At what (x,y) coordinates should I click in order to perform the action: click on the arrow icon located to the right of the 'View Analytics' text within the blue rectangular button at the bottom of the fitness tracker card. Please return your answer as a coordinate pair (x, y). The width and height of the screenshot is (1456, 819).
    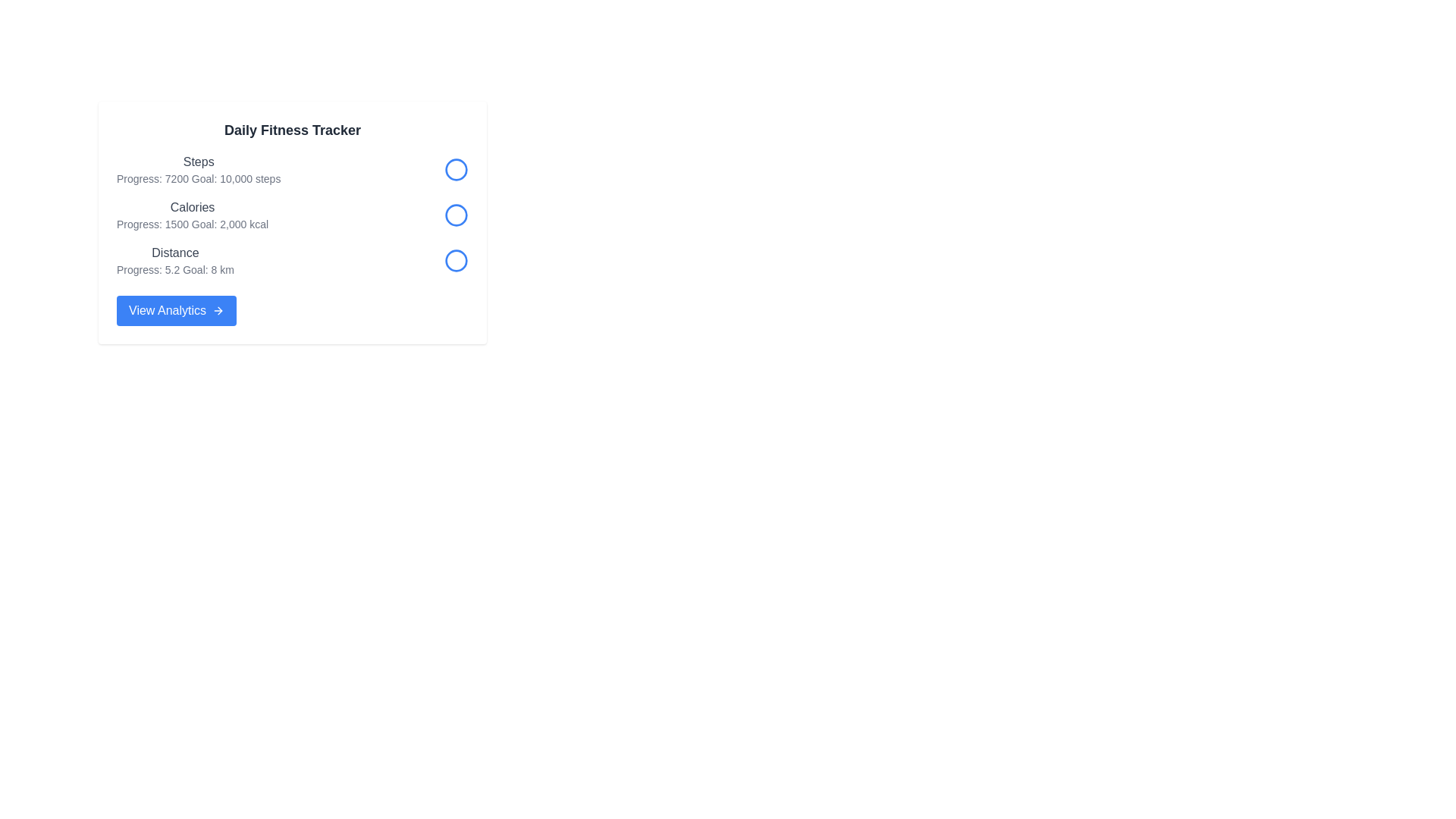
    Looking at the image, I should click on (218, 309).